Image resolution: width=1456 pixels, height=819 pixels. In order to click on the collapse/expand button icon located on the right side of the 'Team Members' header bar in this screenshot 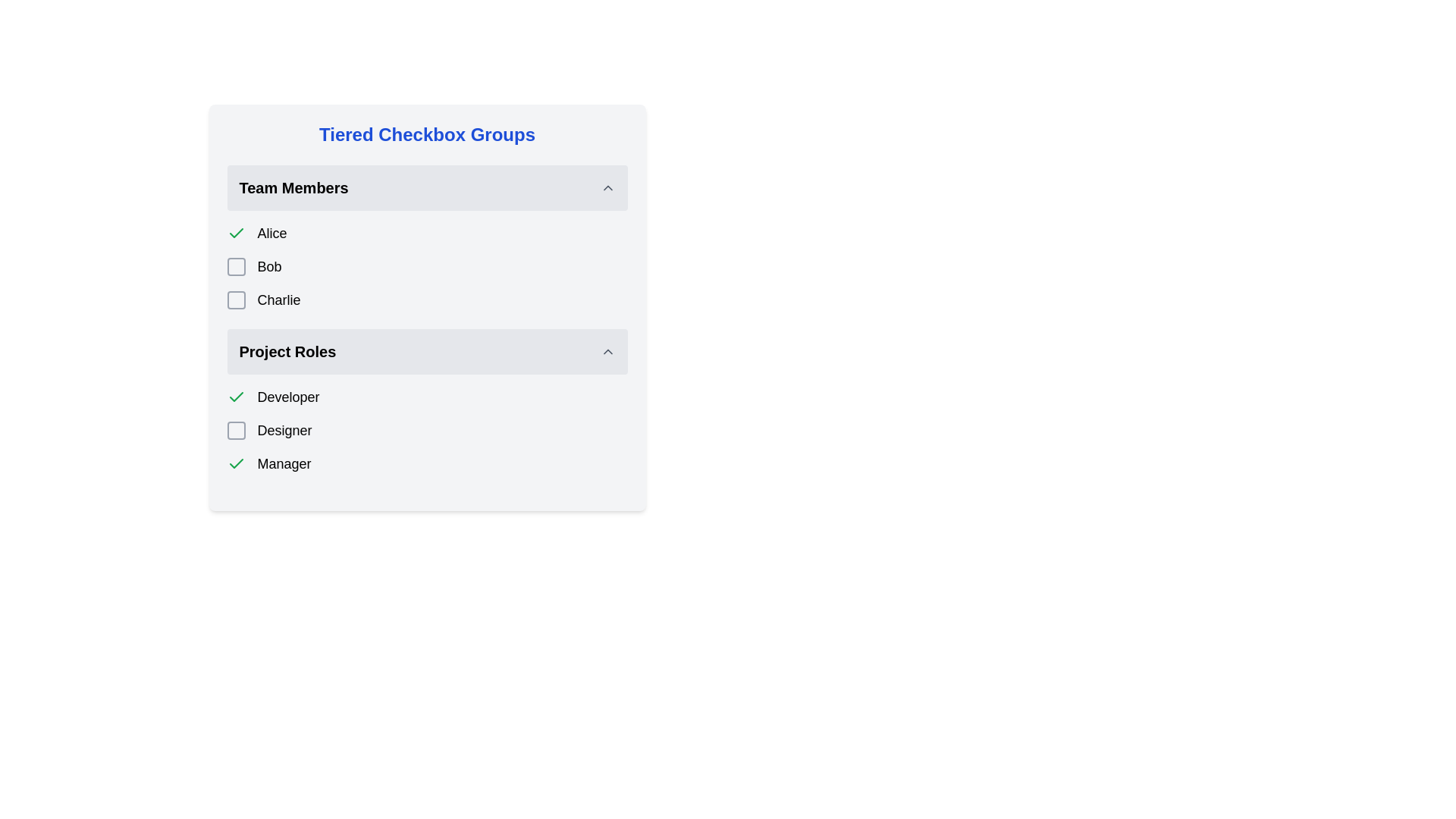, I will do `click(607, 187)`.